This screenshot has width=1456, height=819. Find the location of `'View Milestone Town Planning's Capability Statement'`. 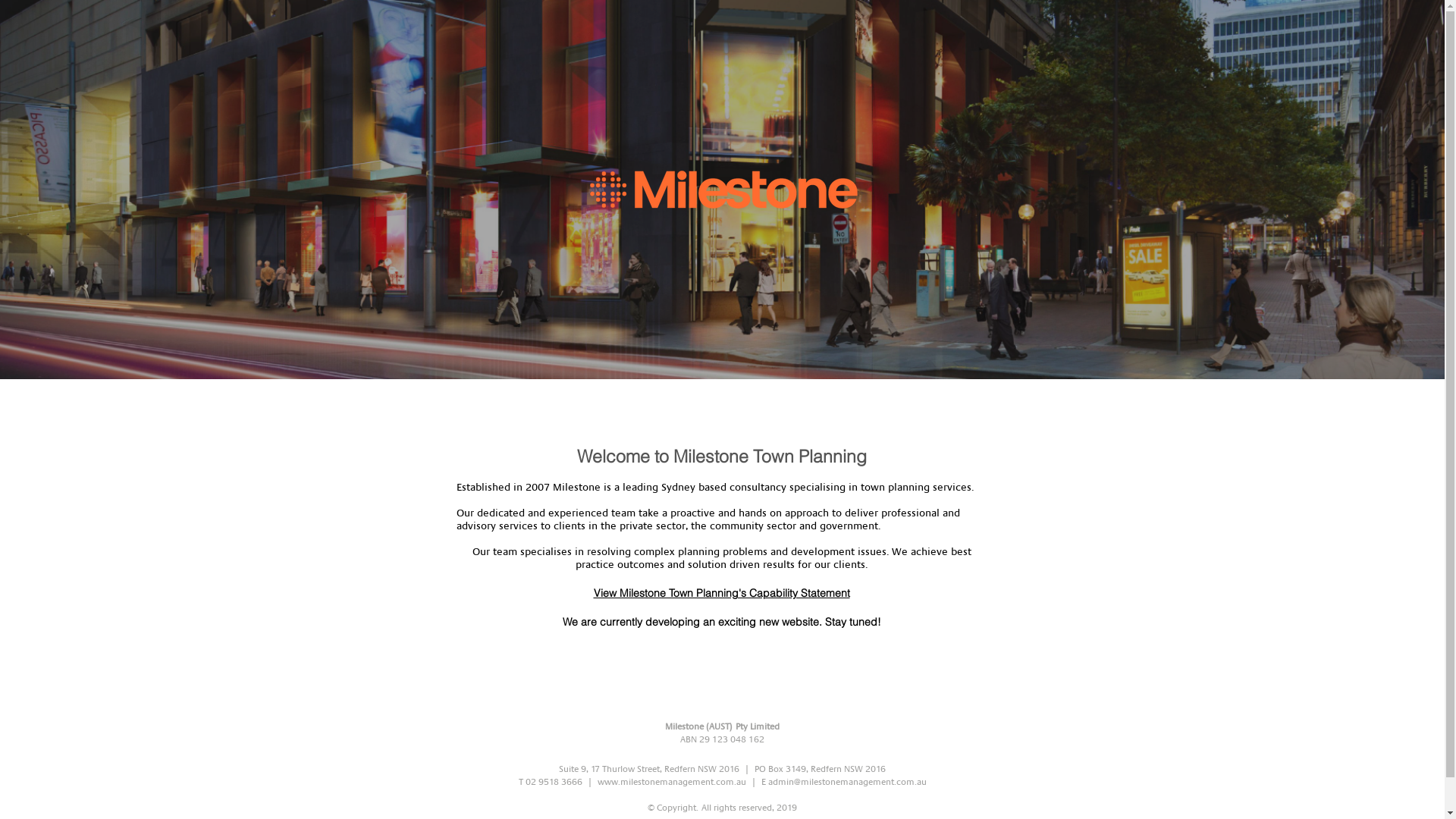

'View Milestone Town Planning's Capability Statement' is located at coordinates (720, 593).